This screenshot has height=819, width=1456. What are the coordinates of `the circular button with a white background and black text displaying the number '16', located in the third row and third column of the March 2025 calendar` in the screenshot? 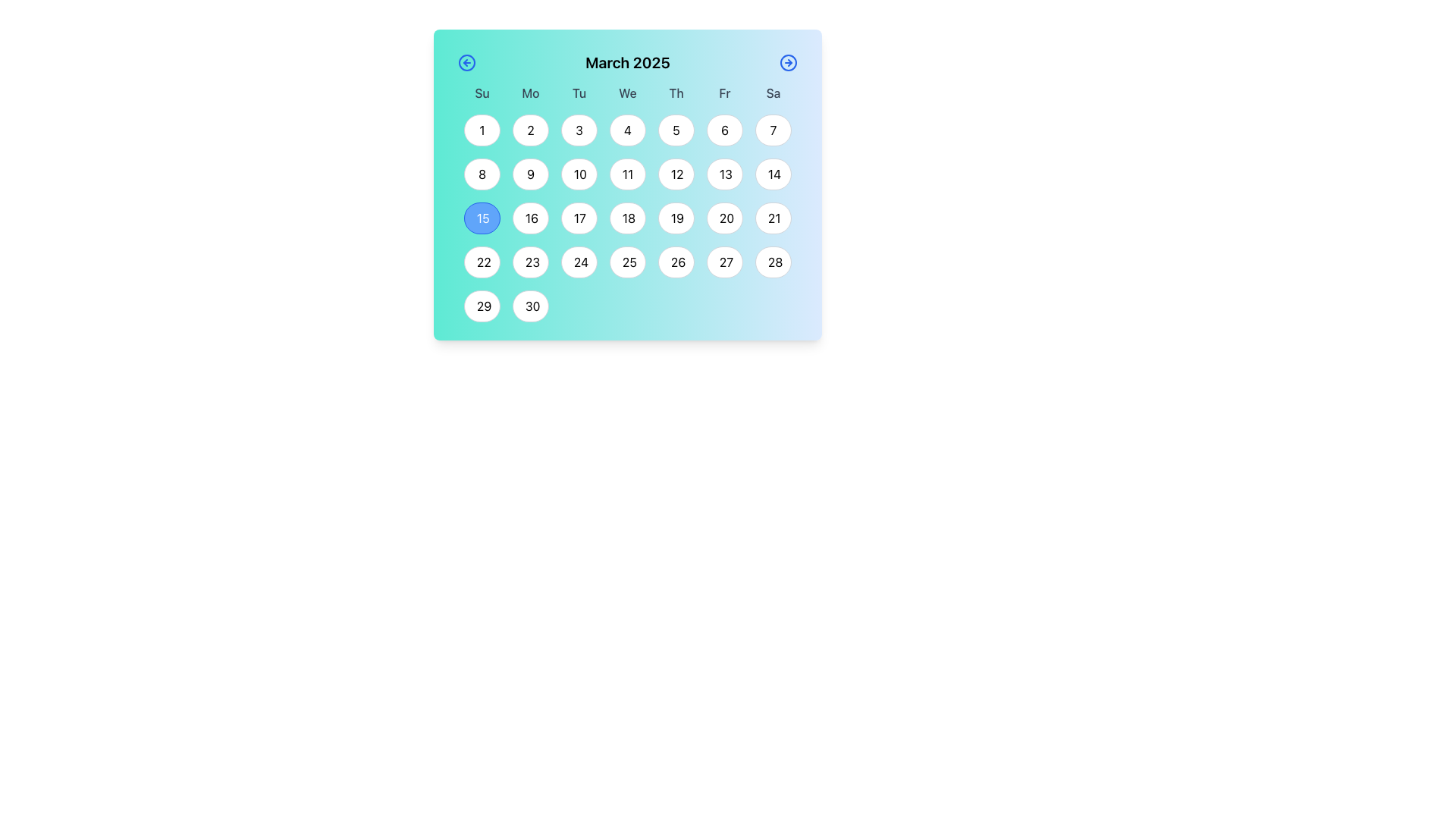 It's located at (531, 218).